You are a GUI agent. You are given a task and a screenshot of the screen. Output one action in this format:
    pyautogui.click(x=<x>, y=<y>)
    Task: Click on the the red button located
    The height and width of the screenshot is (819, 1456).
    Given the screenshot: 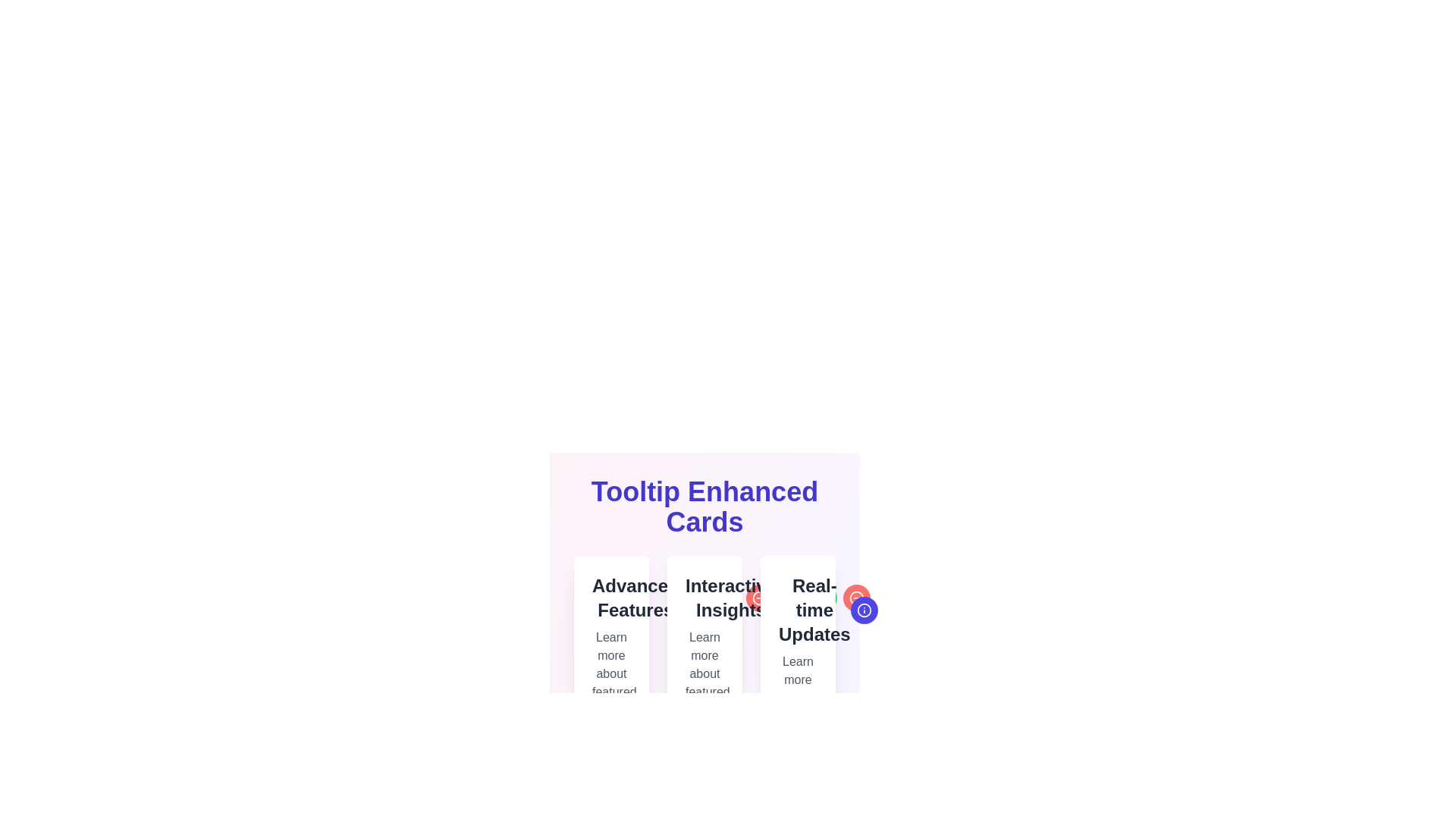 What is the action you would take?
    pyautogui.click(x=823, y=598)
    